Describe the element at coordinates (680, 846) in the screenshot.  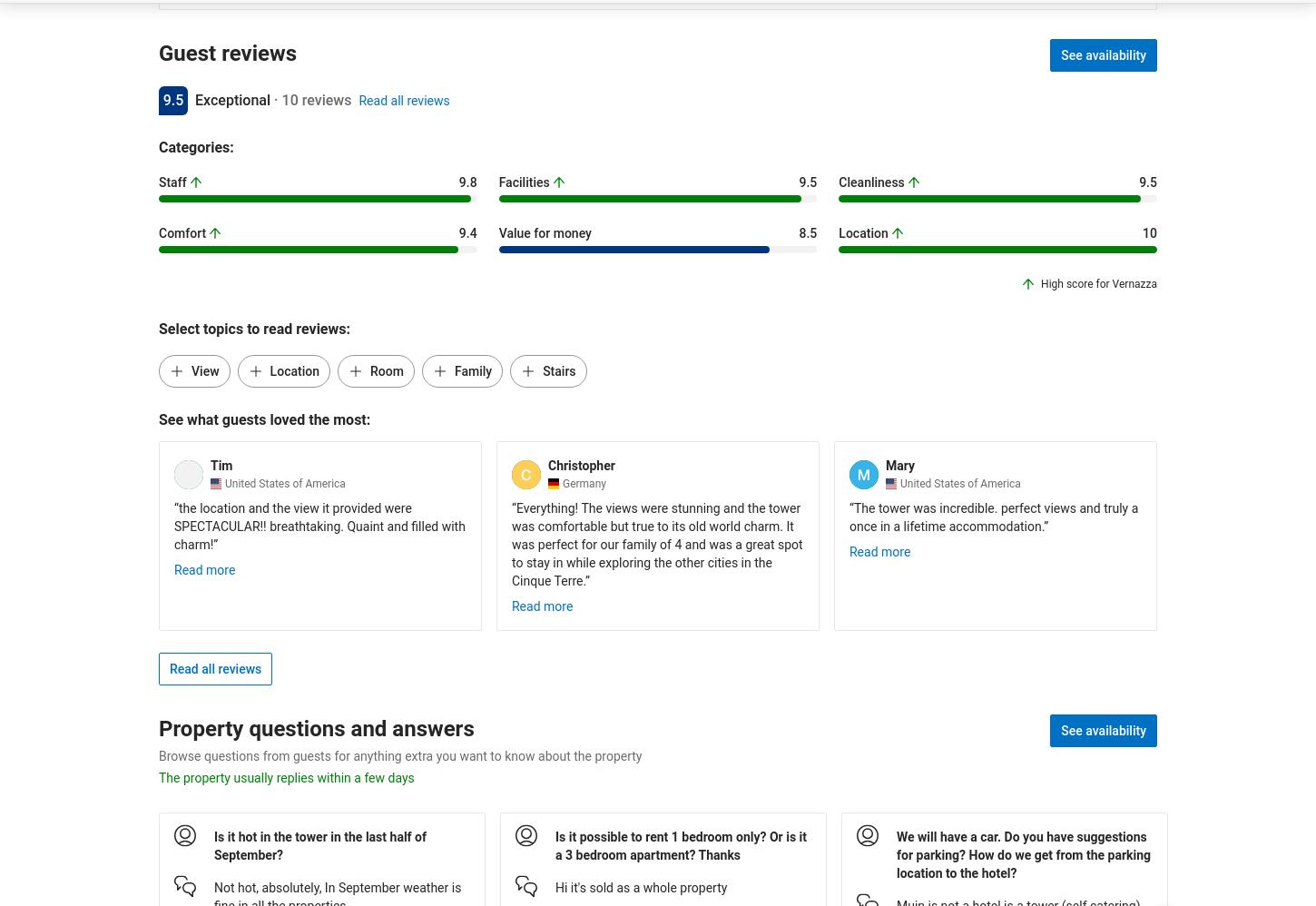
I see `'Is it possible to rent 1 bedroom only? Or is it a 3 bedroom apartment? Thanks'` at that location.